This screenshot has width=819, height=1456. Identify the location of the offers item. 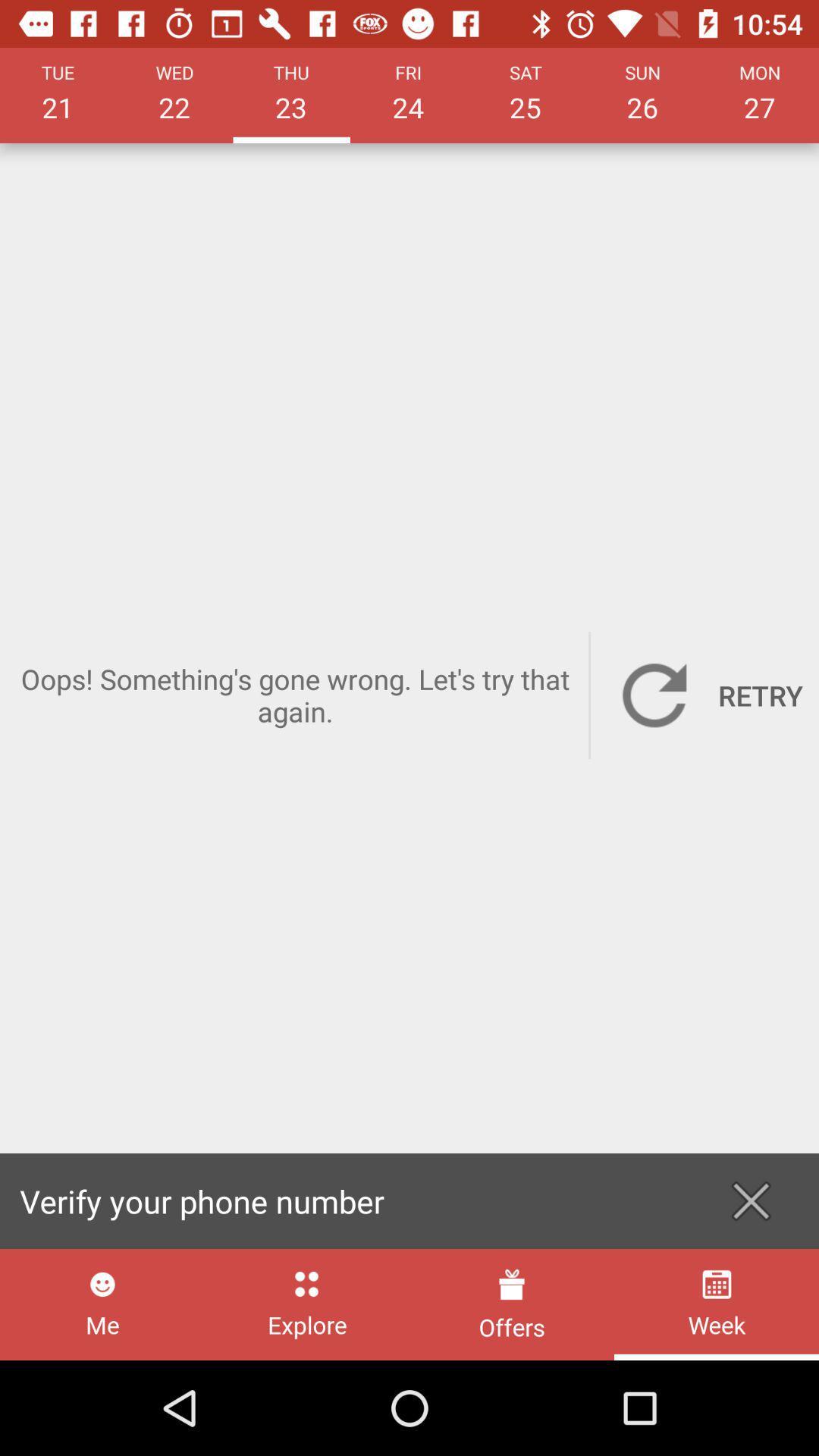
(512, 1304).